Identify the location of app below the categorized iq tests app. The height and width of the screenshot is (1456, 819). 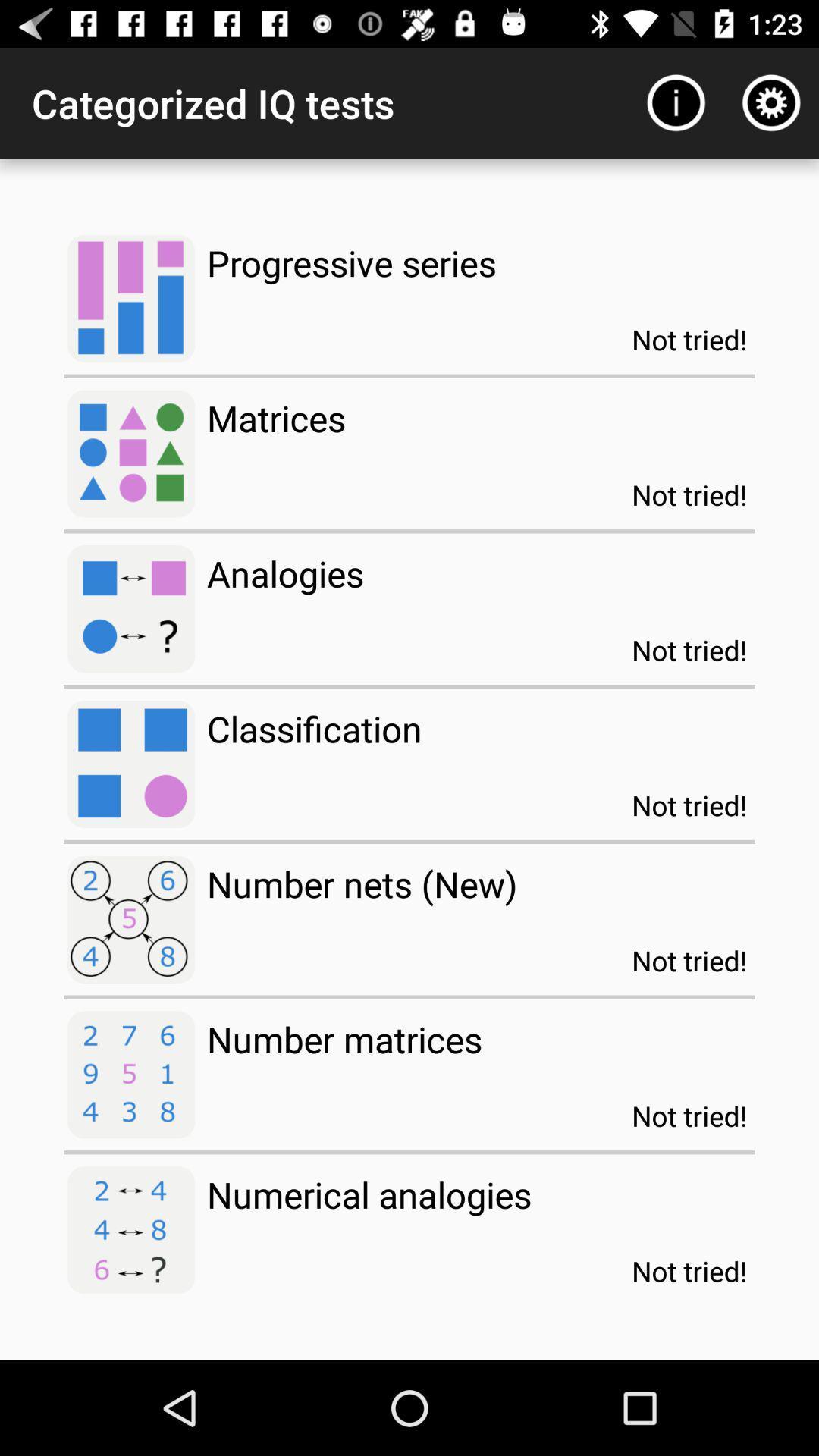
(351, 262).